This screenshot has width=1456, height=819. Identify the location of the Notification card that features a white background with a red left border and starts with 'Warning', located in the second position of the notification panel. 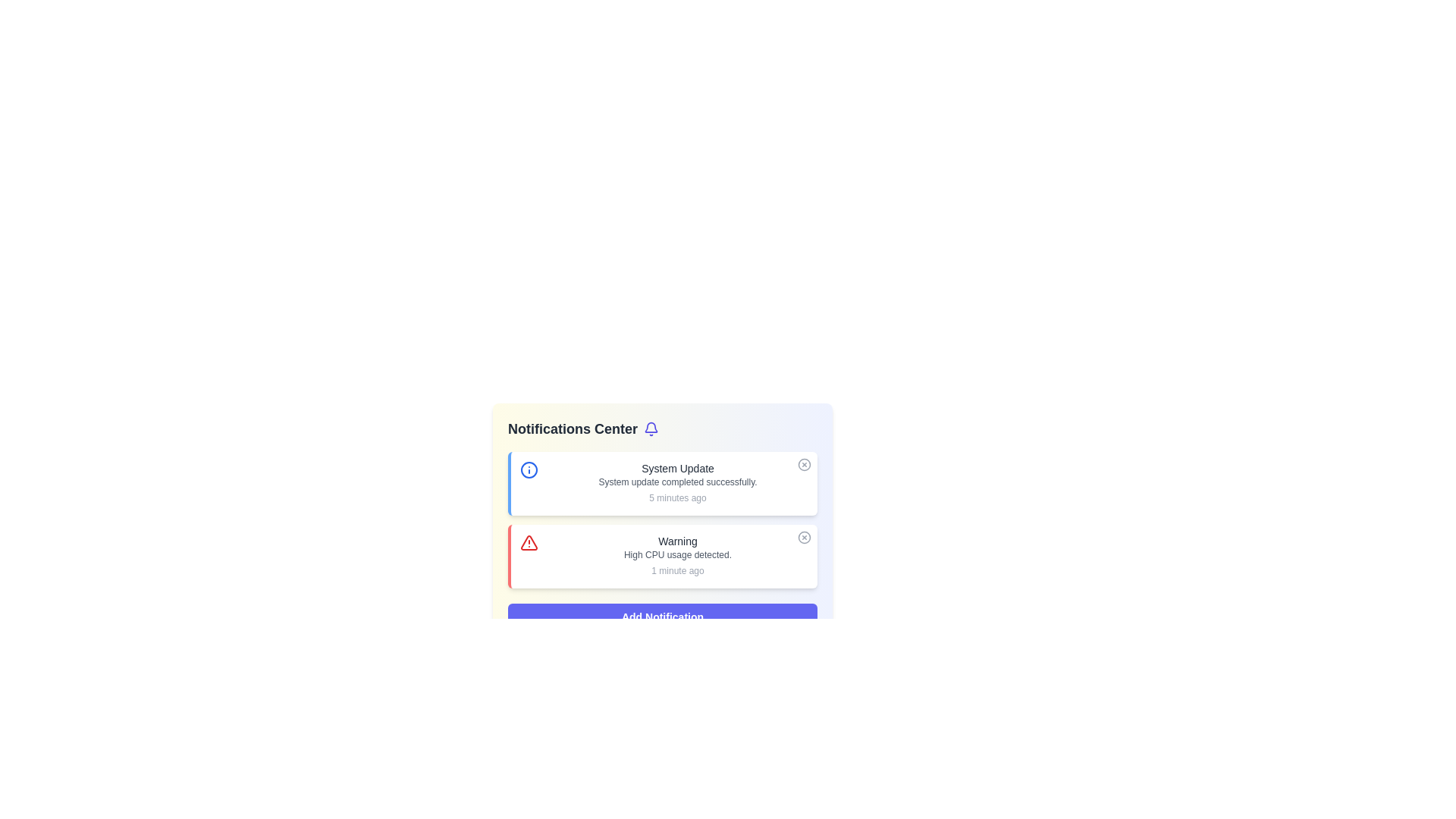
(662, 556).